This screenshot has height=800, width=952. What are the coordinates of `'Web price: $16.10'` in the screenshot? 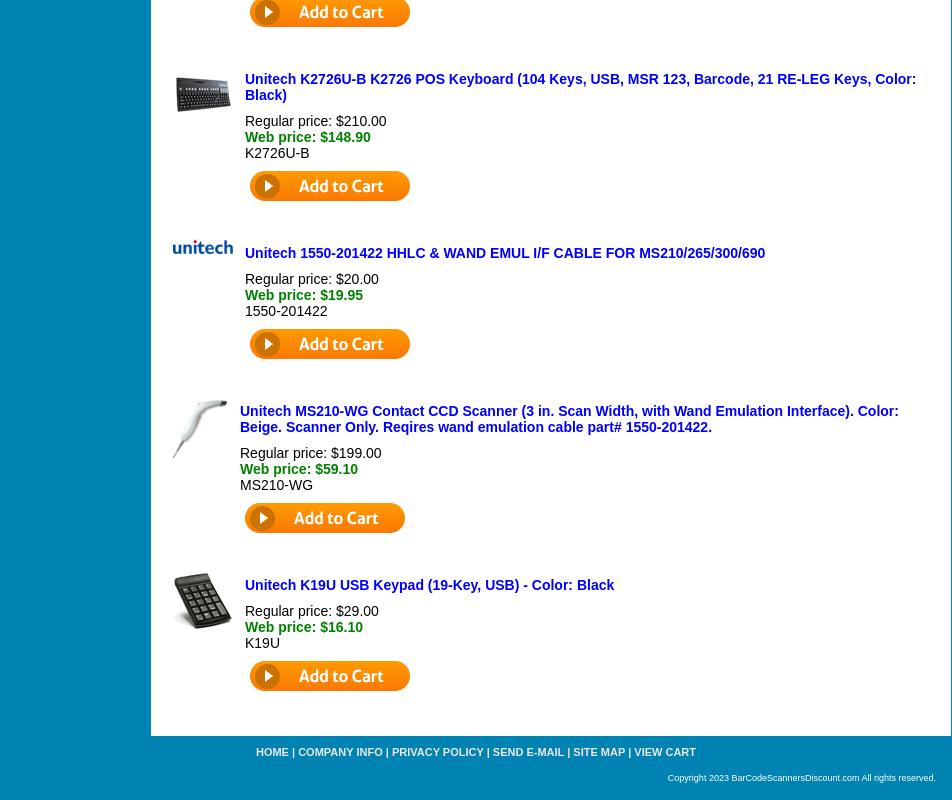 It's located at (303, 626).